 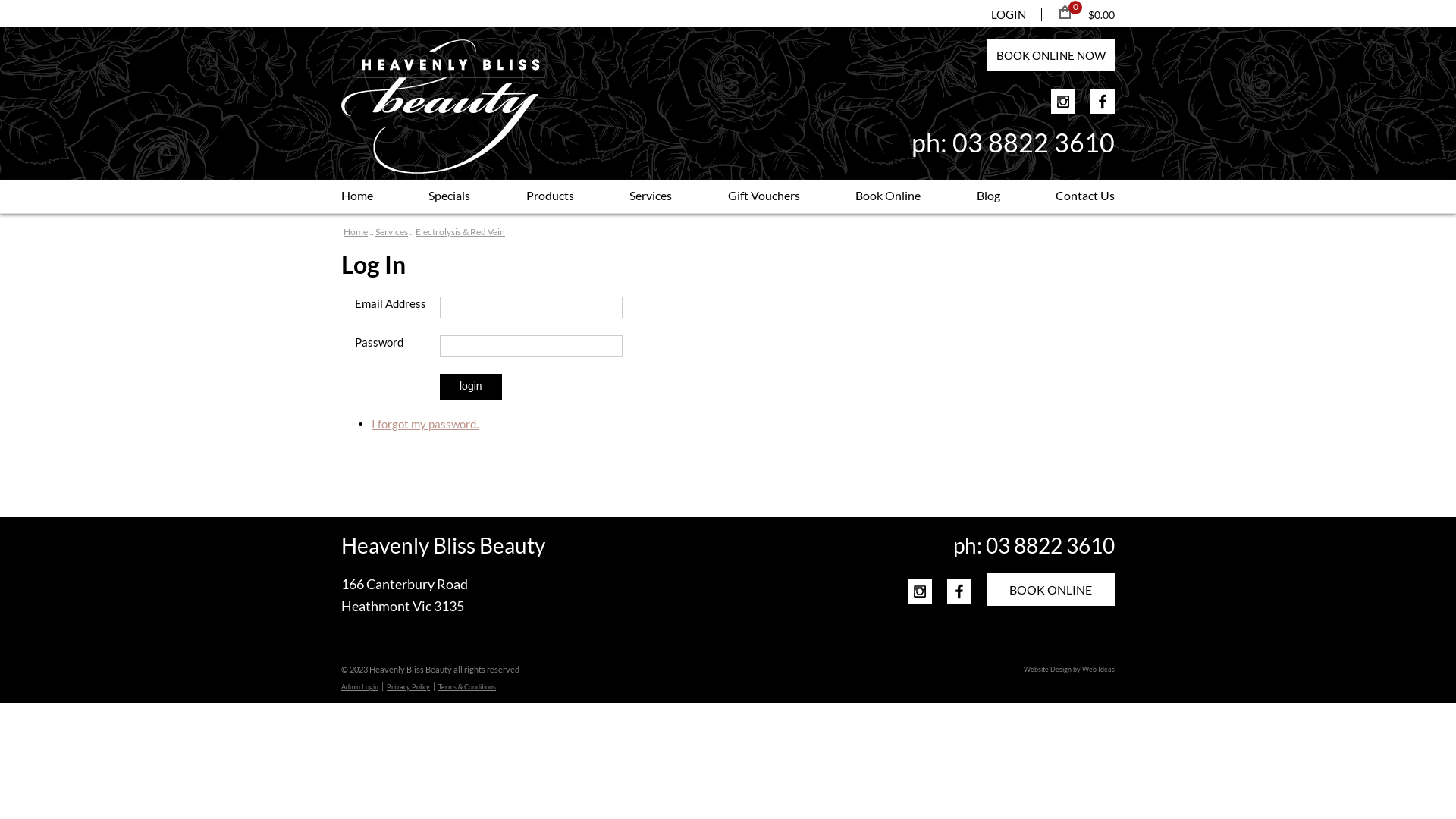 What do you see at coordinates (1033, 142) in the screenshot?
I see `'03 8822 3610'` at bounding box center [1033, 142].